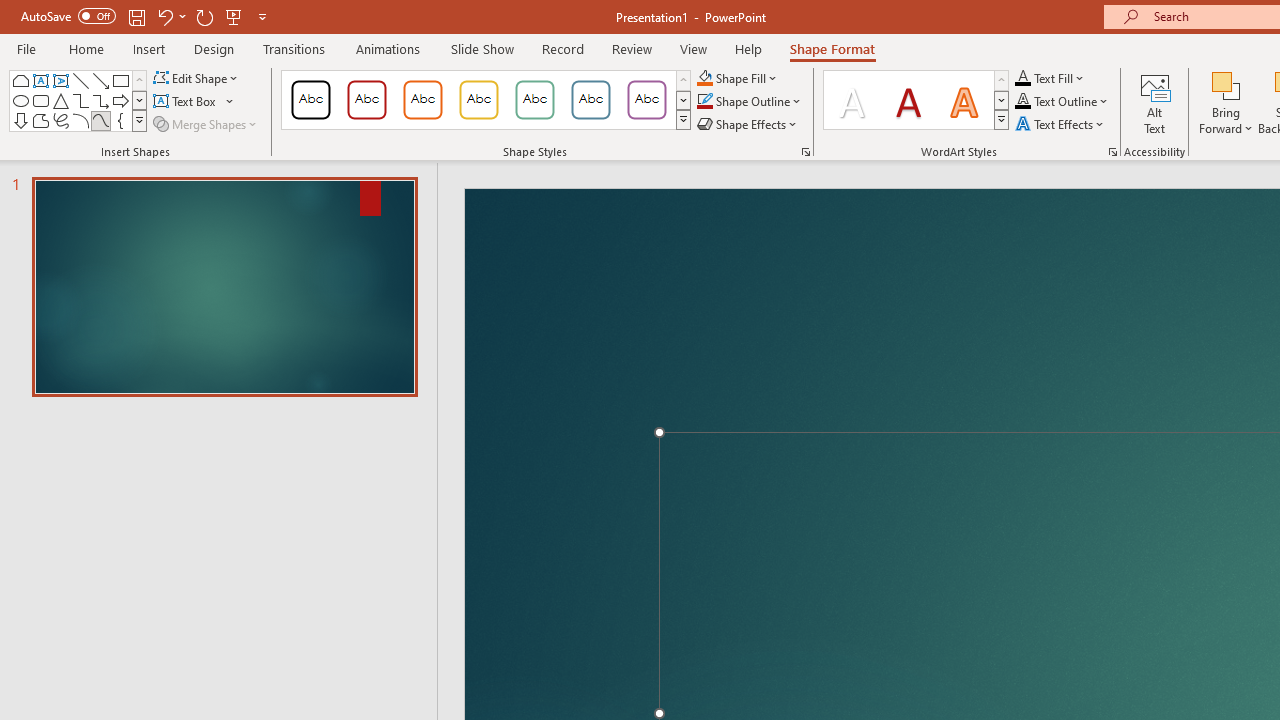  I want to click on 'Row Down', so click(1001, 100).